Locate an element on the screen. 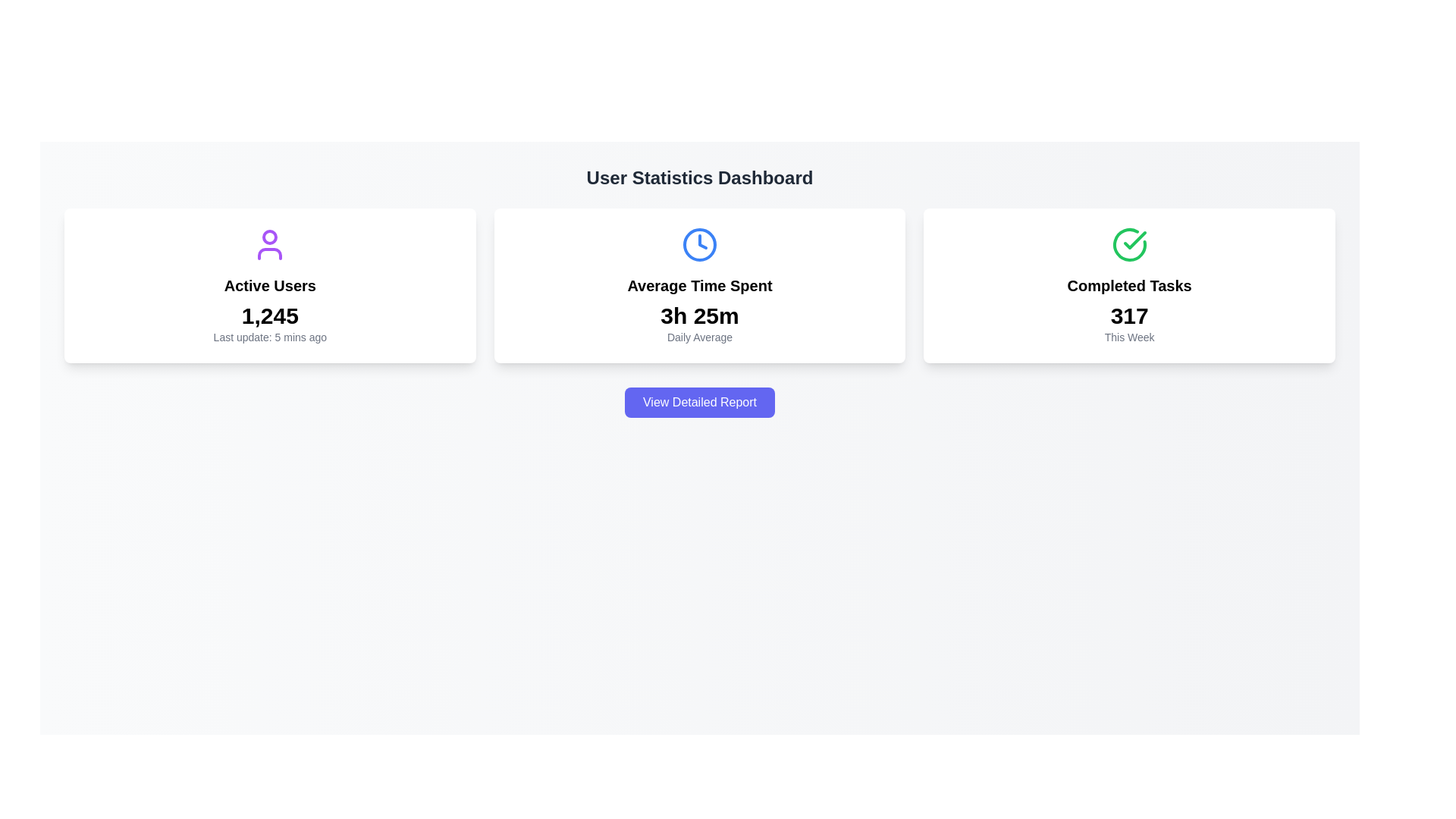 The image size is (1456, 819). the text label located in the center column, positioned directly below the clock icon and above the text '3h 25m' is located at coordinates (698, 286).